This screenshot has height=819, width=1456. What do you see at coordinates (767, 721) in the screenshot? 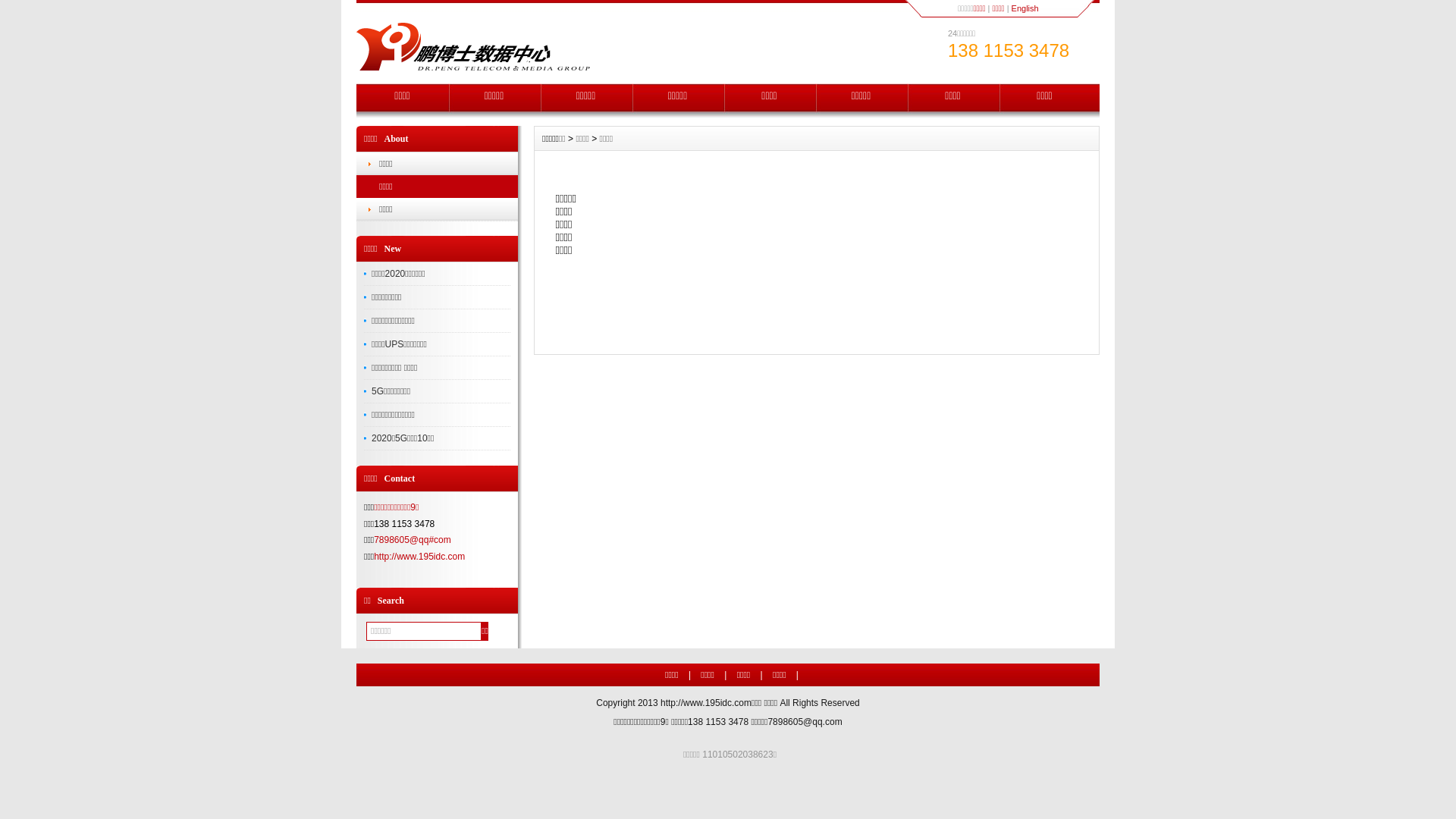
I see `'7898605@qq.com'` at bounding box center [767, 721].